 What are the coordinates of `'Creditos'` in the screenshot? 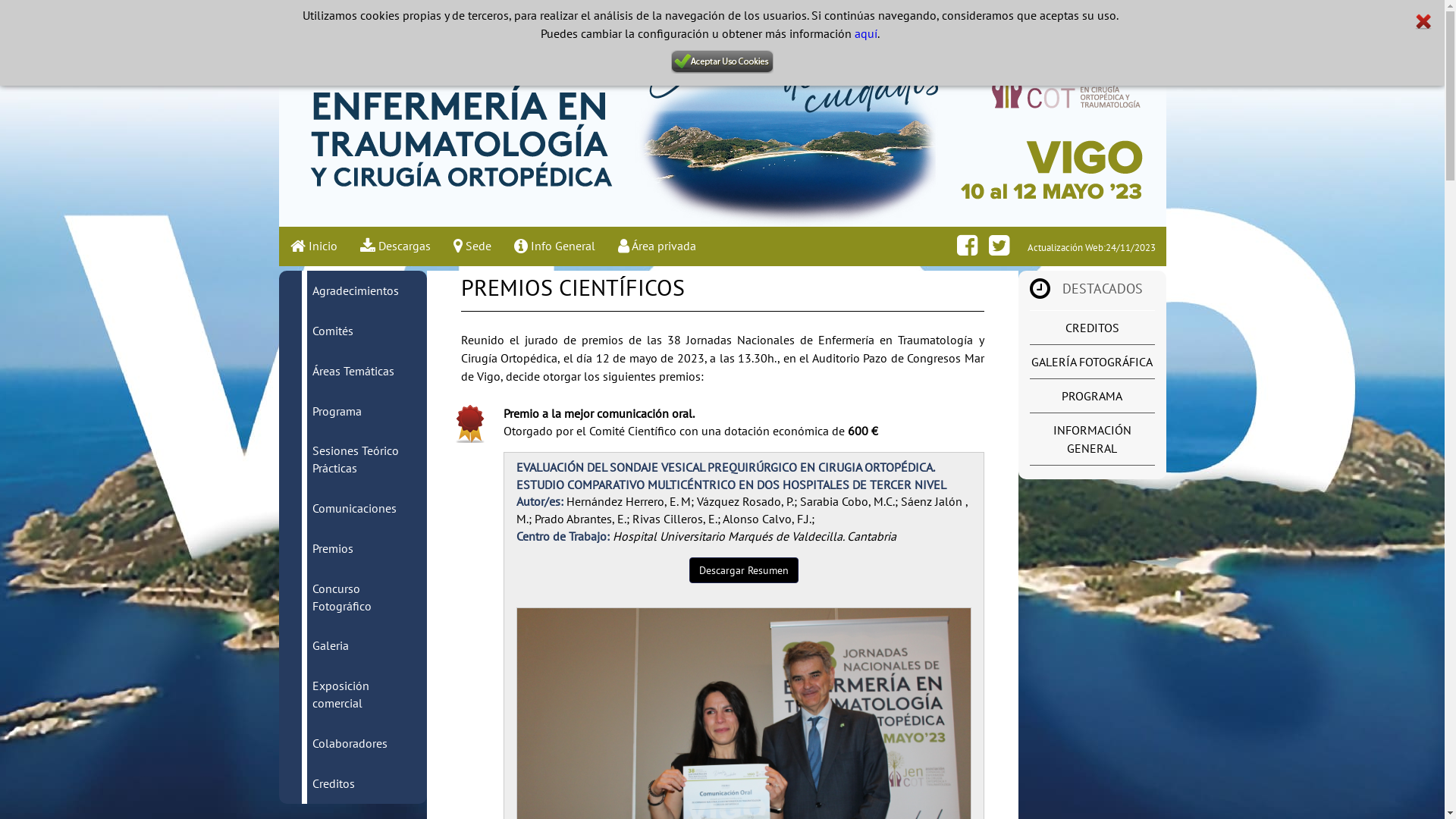 It's located at (333, 783).